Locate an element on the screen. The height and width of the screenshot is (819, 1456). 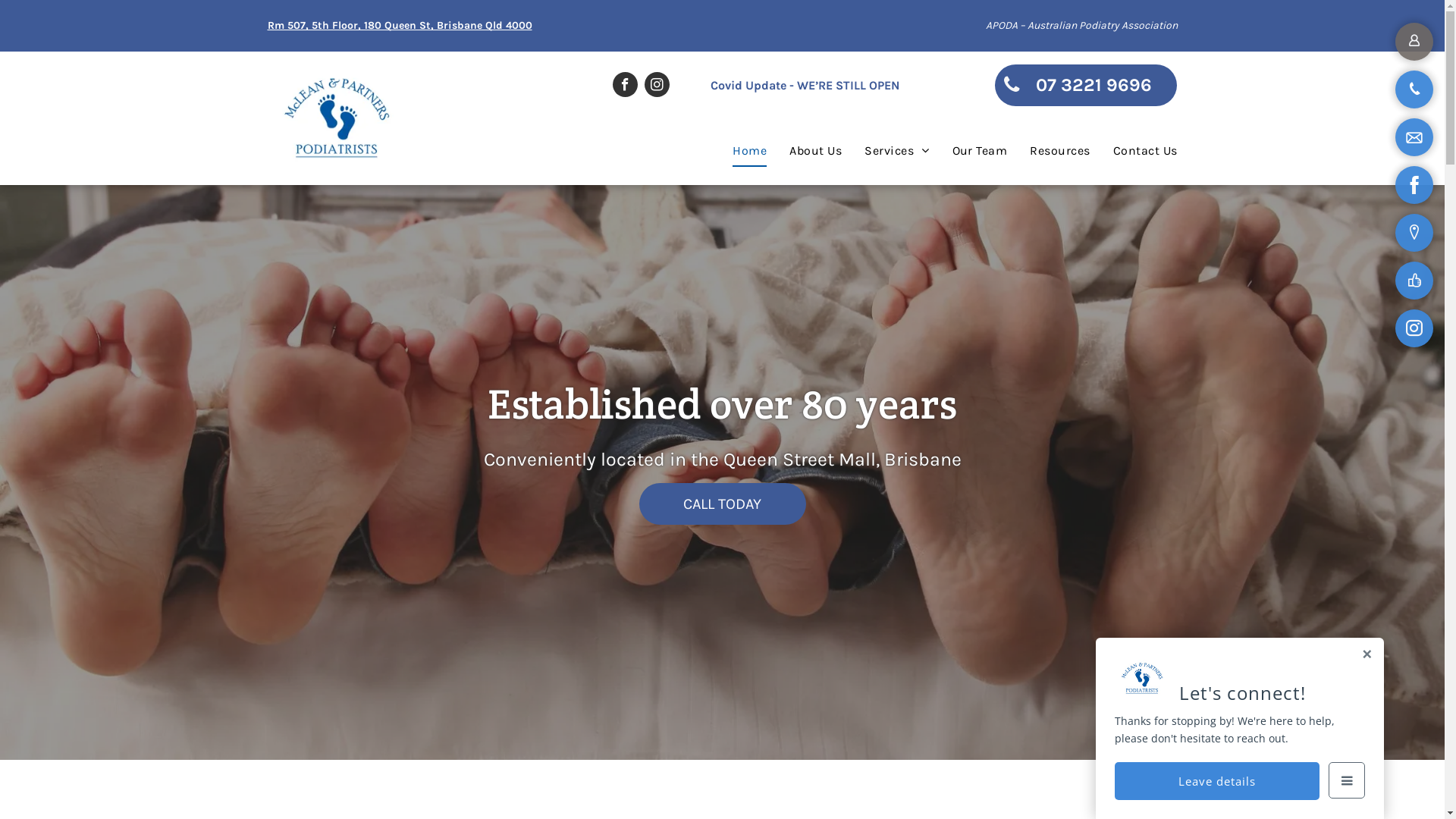
'Contact Us' is located at coordinates (1134, 151).